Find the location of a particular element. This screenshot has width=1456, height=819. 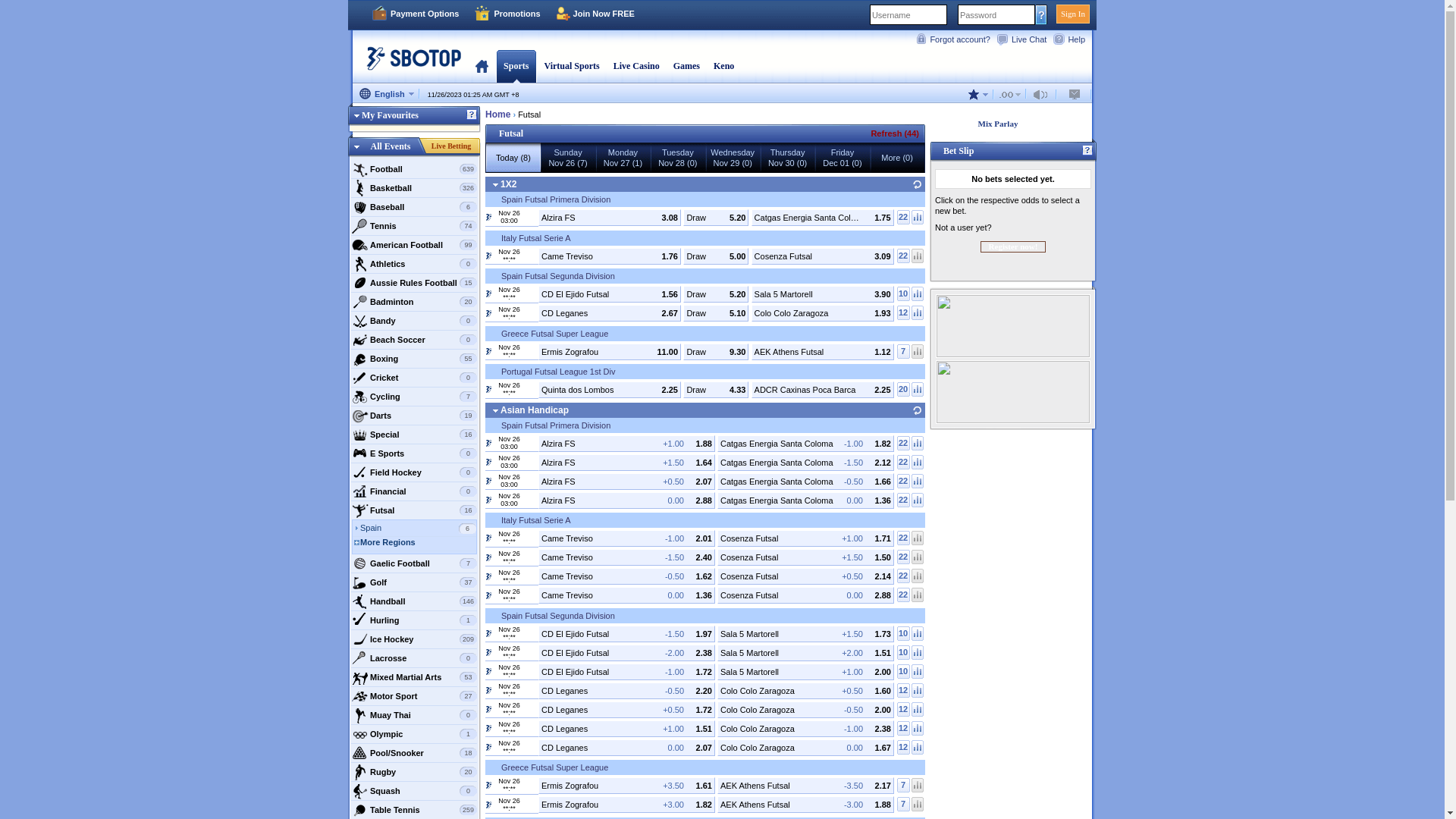

'More (0)' is located at coordinates (870, 158).